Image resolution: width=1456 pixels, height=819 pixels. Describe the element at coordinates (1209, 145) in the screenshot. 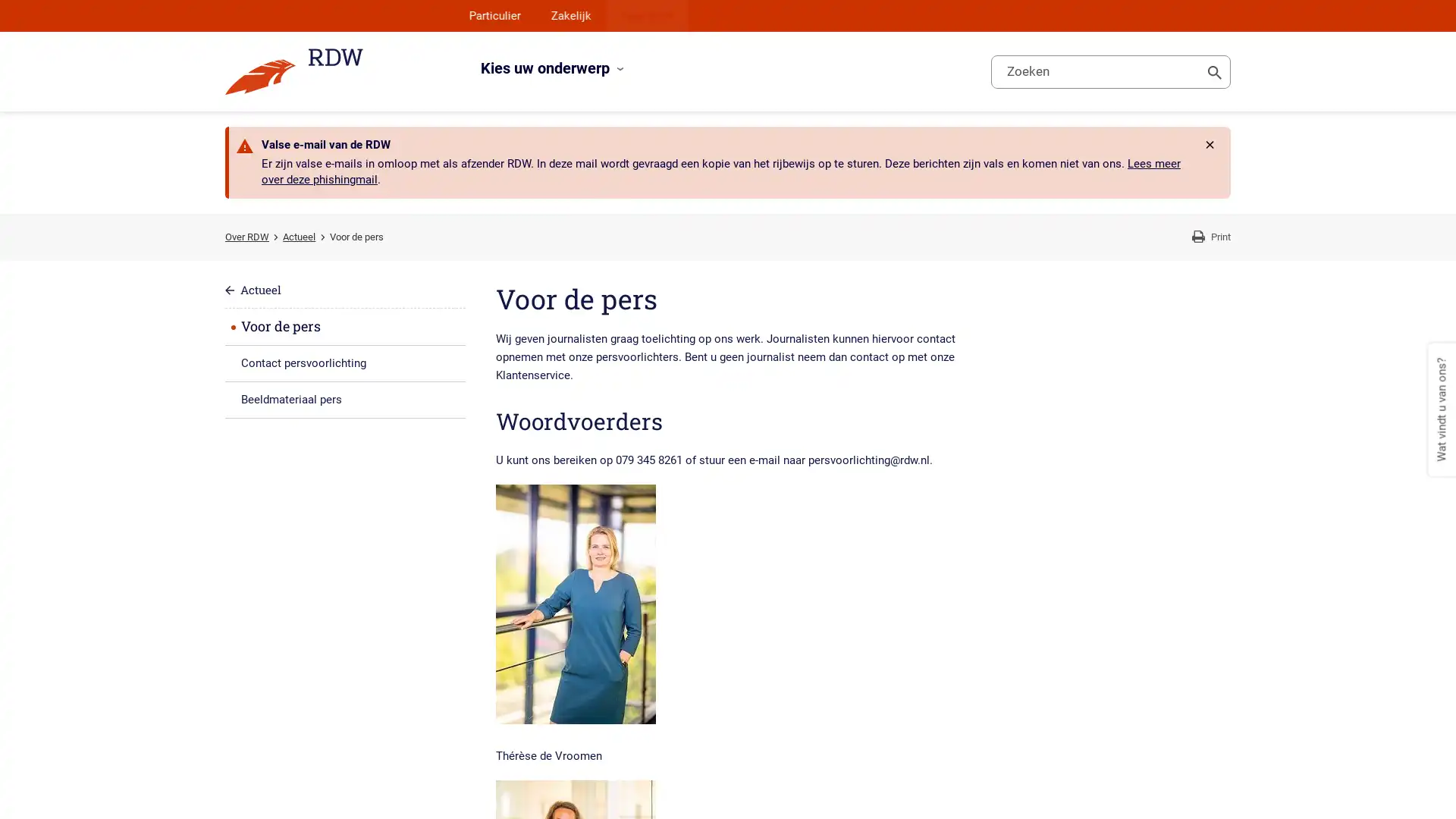

I see `Rdw.Feature.Messages.CloseButtonAccessibleName` at that location.